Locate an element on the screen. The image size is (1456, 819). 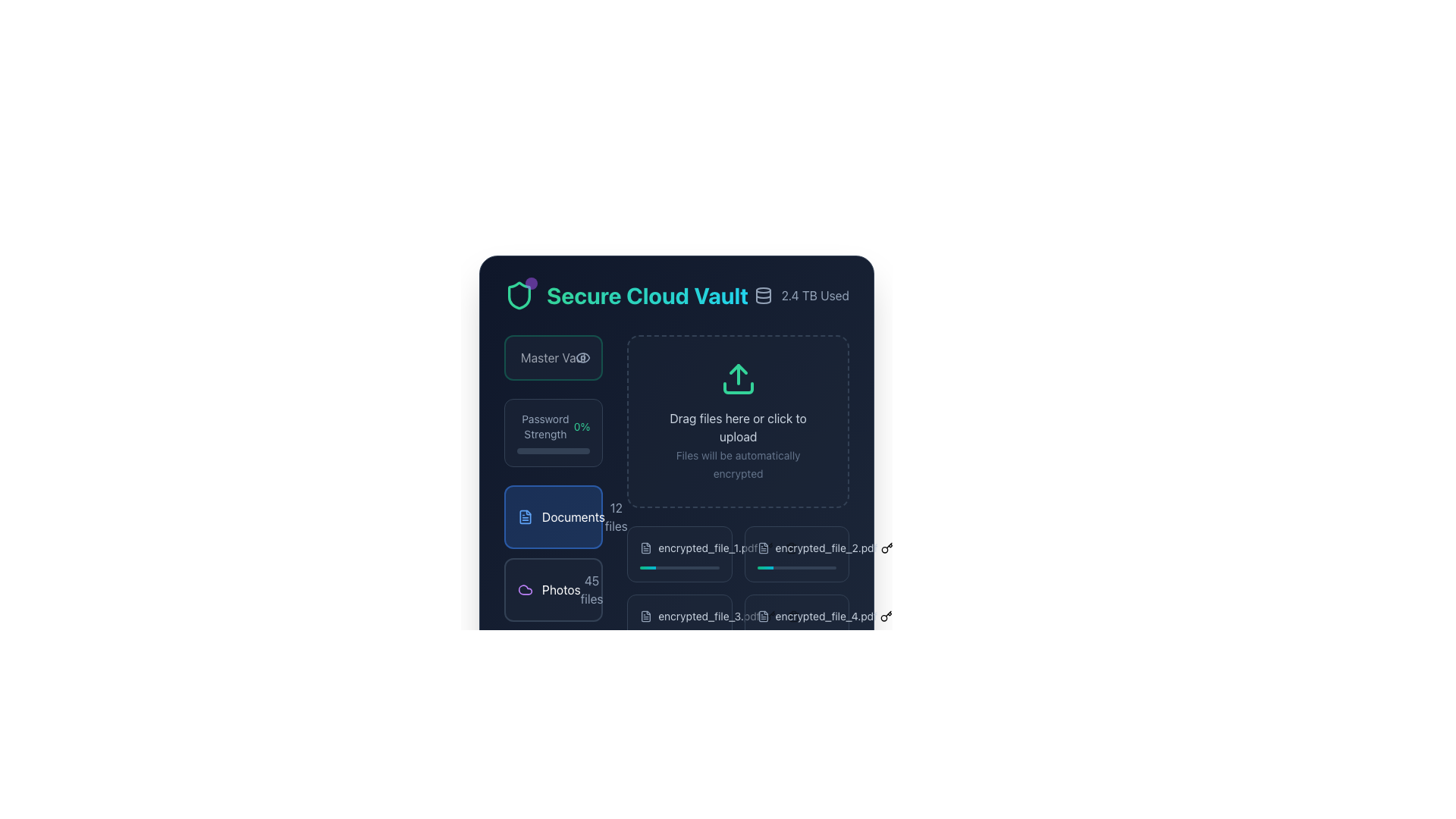
the first interactive icon (key icon) in the action buttons group located to the right of 'encrypted_file_2.pdf' to trigger the hover effect is located at coordinates (779, 548).